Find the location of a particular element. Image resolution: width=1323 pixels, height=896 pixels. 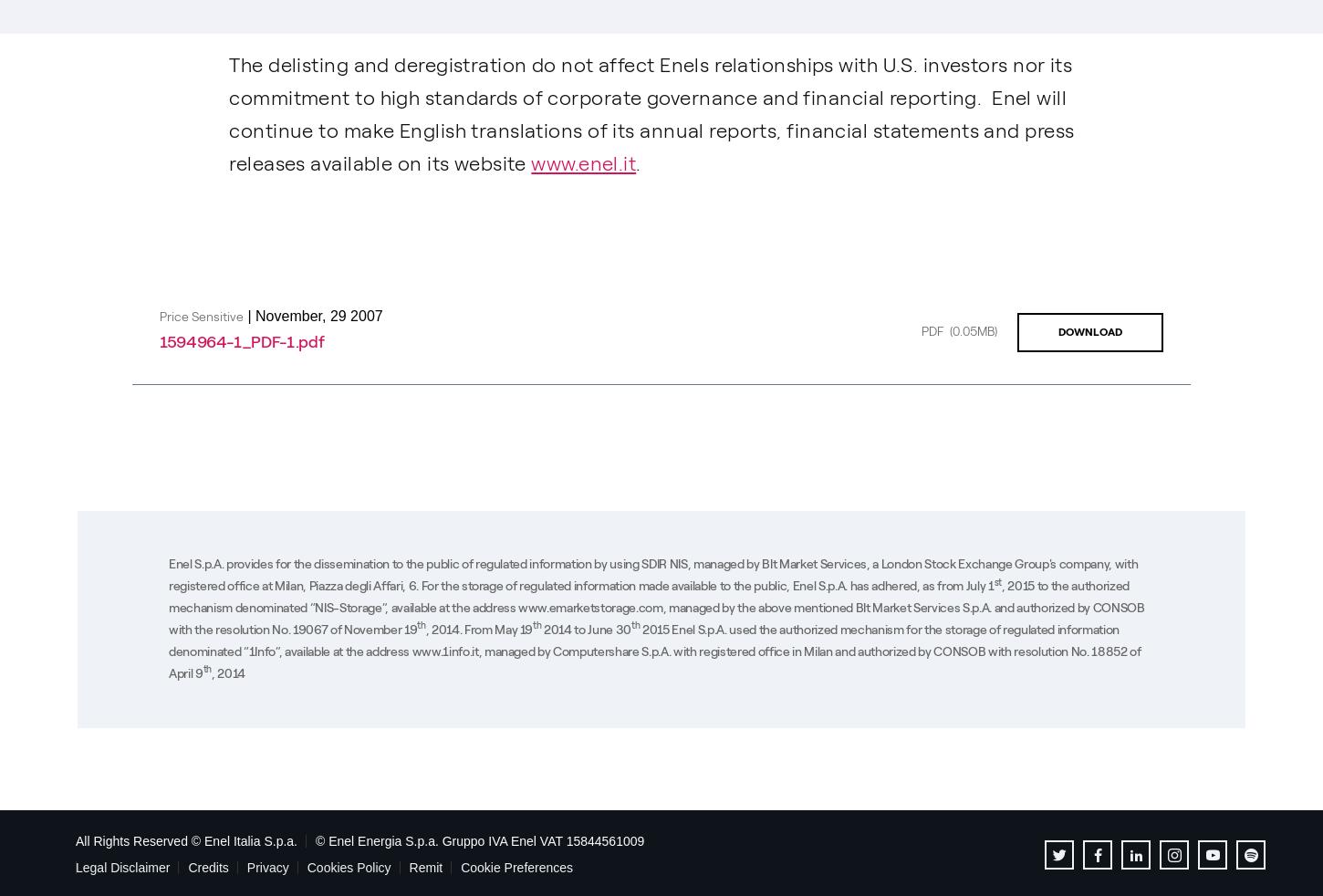

'The delisting and deregistration do not affect Enels relationships with U.S. investors nor its commitment to high standards of corporate governance and financial reporting.  Enel will continue to make English translations of its annual reports, financial statements and press releases available on its website' is located at coordinates (650, 112).